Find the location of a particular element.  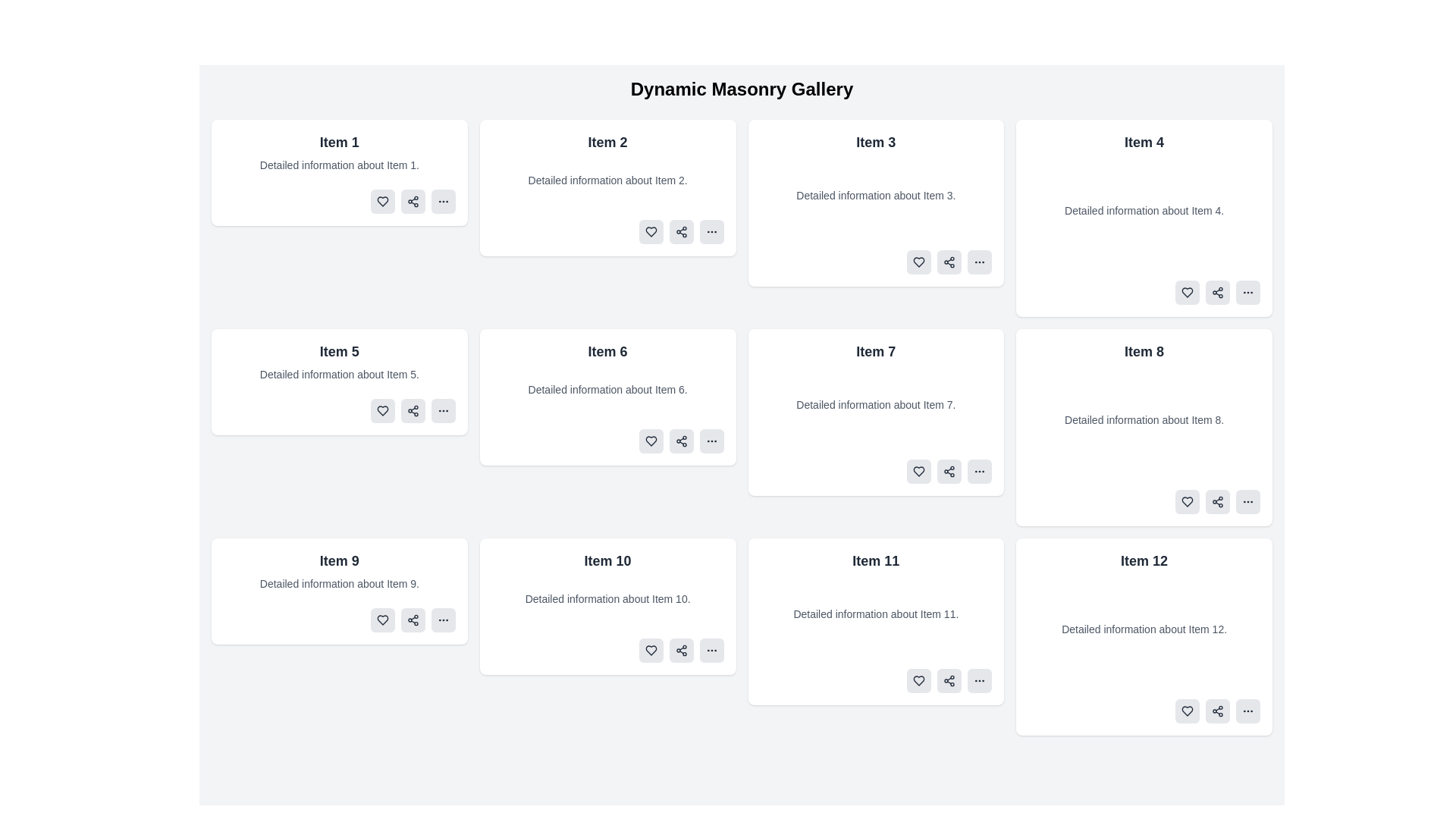

the small heart icon outlined in a thin black stroke within the minimalistic button design, located is located at coordinates (1186, 502).